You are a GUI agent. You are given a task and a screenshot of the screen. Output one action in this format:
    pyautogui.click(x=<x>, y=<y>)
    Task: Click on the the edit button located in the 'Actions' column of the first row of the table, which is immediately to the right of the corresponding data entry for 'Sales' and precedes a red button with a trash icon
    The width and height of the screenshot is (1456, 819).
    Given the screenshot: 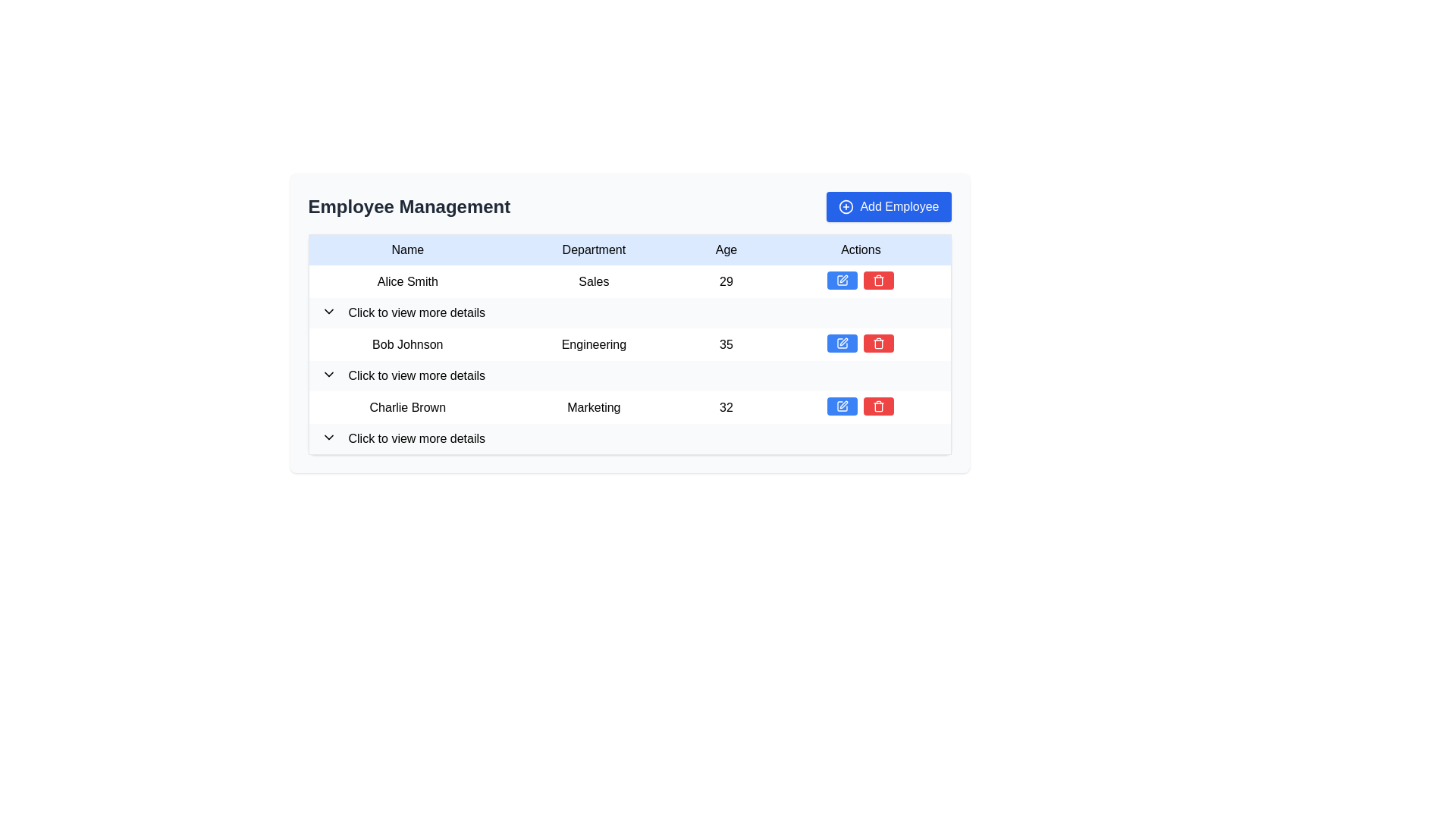 What is the action you would take?
    pyautogui.click(x=842, y=281)
    